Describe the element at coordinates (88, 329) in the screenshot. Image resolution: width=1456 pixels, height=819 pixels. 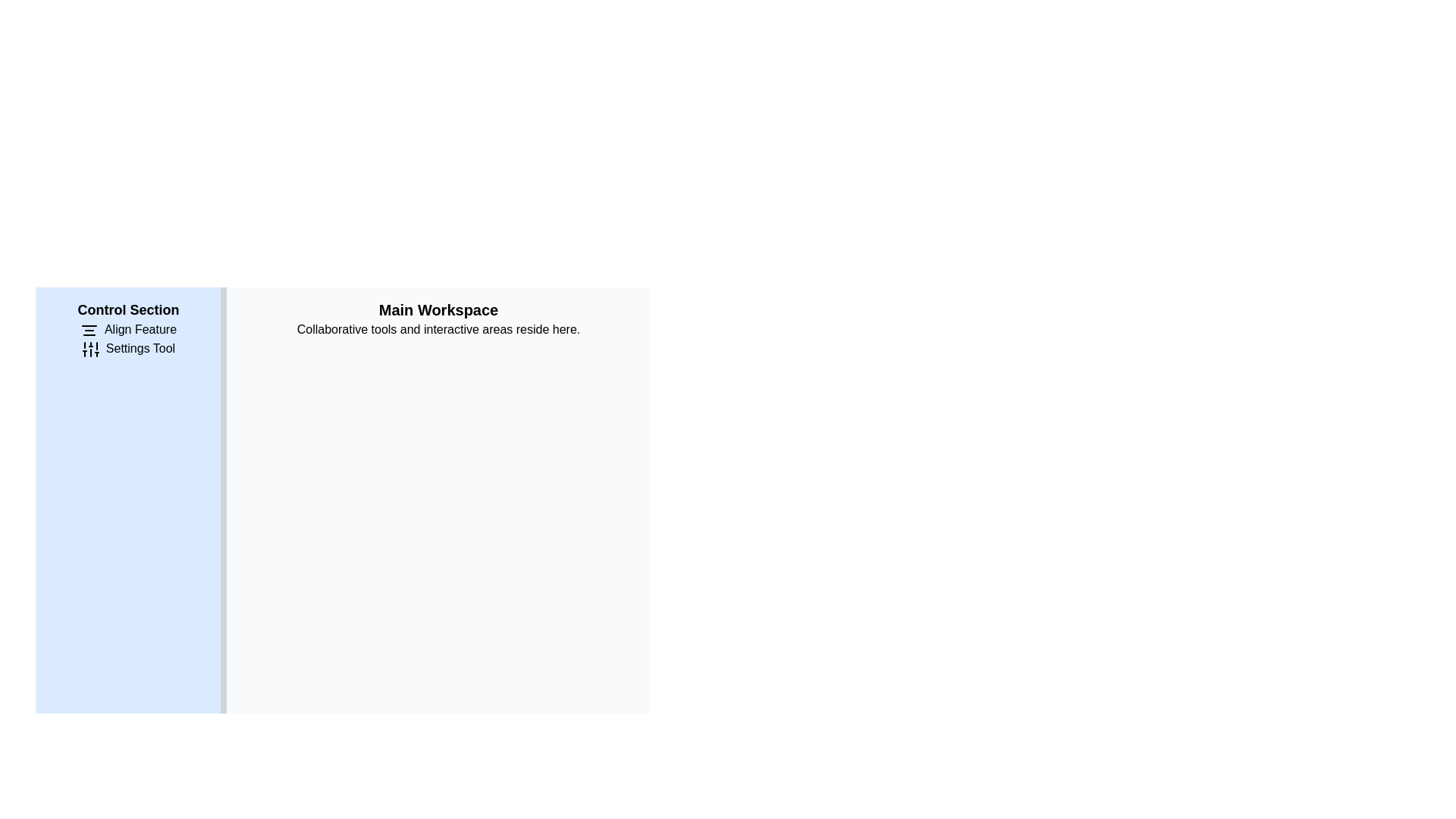
I see `the 'Align Feature' icon located within the 'Control Section' area, positioned just to the left of the 'Align Feature' label` at that location.